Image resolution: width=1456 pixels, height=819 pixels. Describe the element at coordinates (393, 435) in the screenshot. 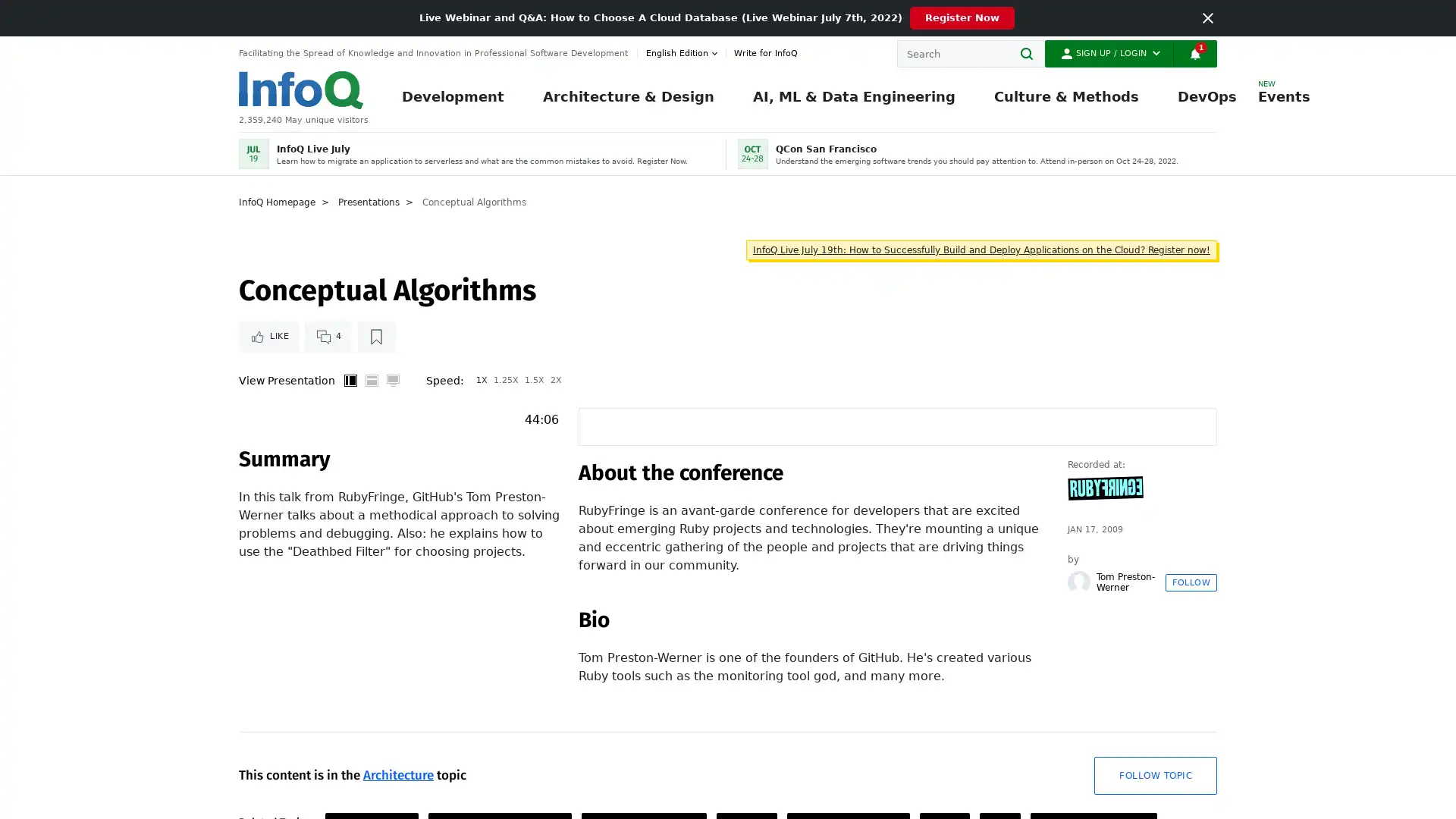

I see `Full` at that location.